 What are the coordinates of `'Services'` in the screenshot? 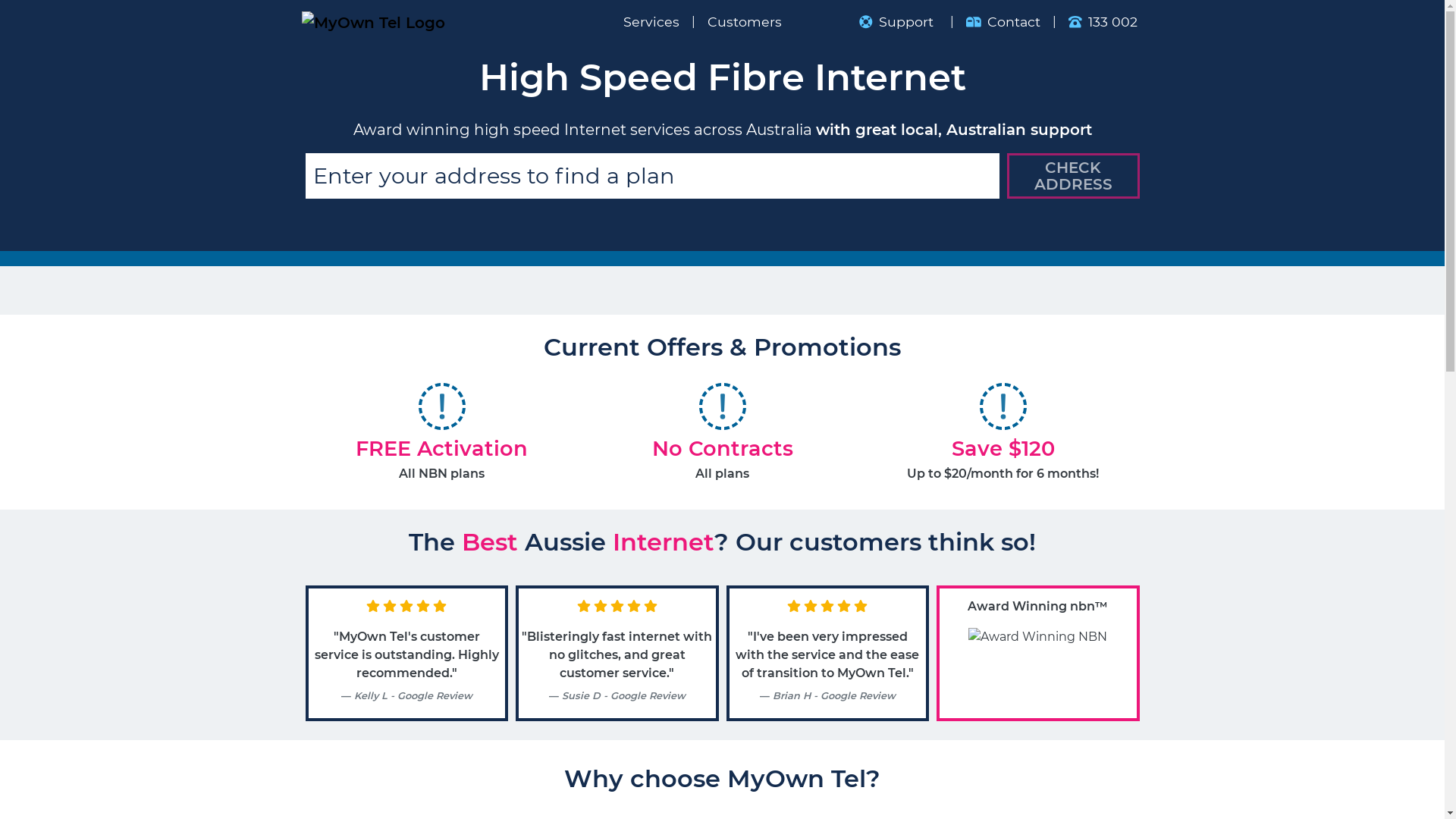 It's located at (640, 22).